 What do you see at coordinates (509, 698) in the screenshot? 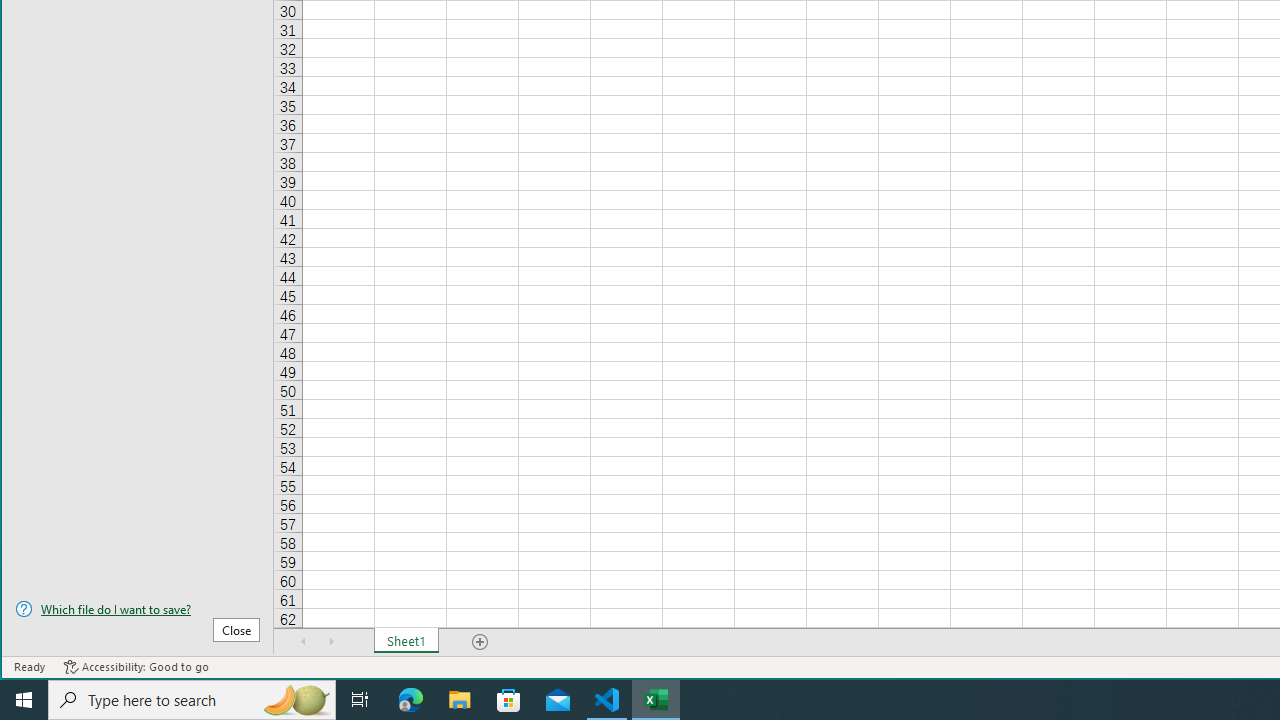
I see `'Microsoft Store'` at bounding box center [509, 698].